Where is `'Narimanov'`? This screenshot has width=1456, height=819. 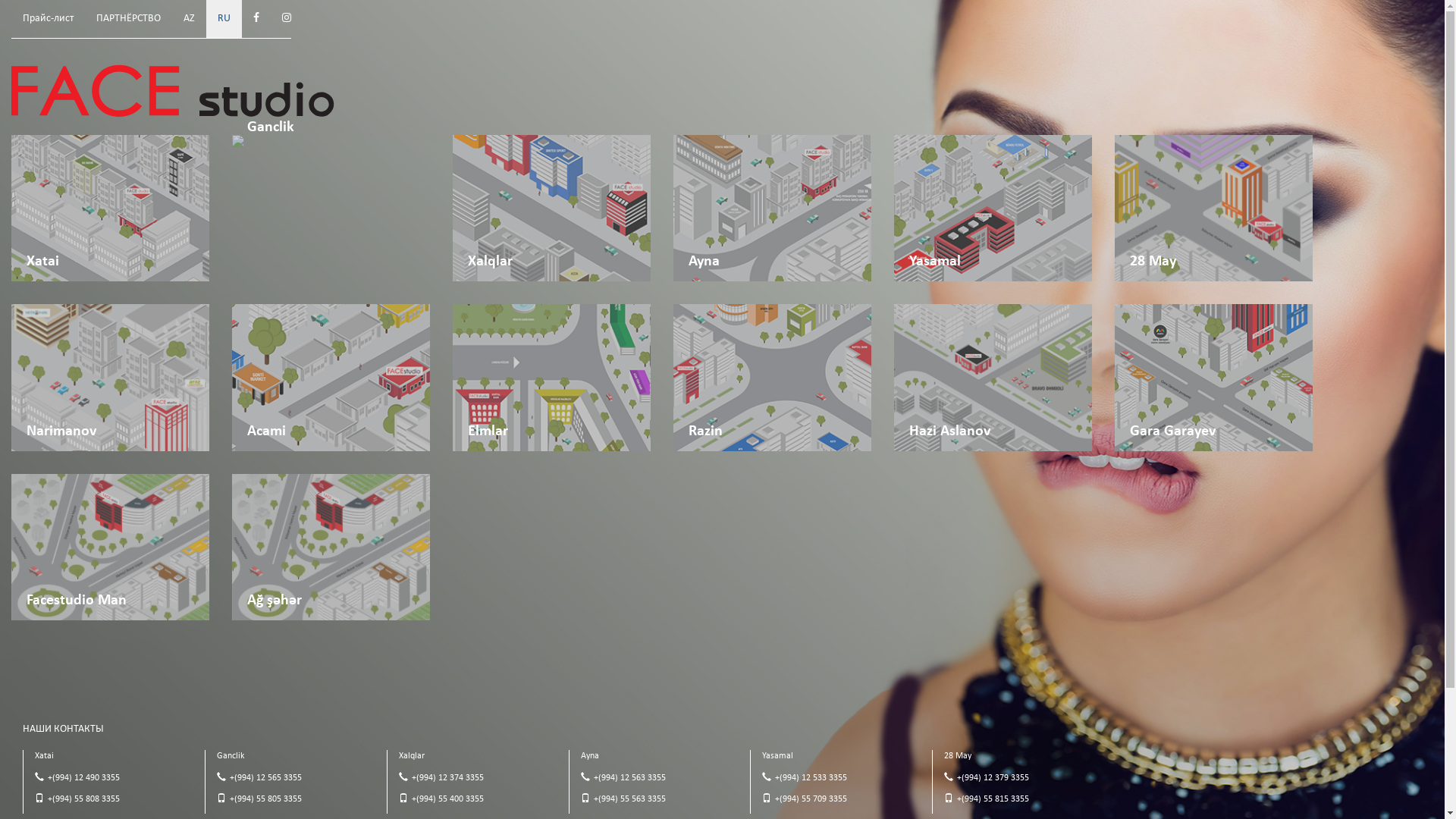
'Narimanov' is located at coordinates (109, 376).